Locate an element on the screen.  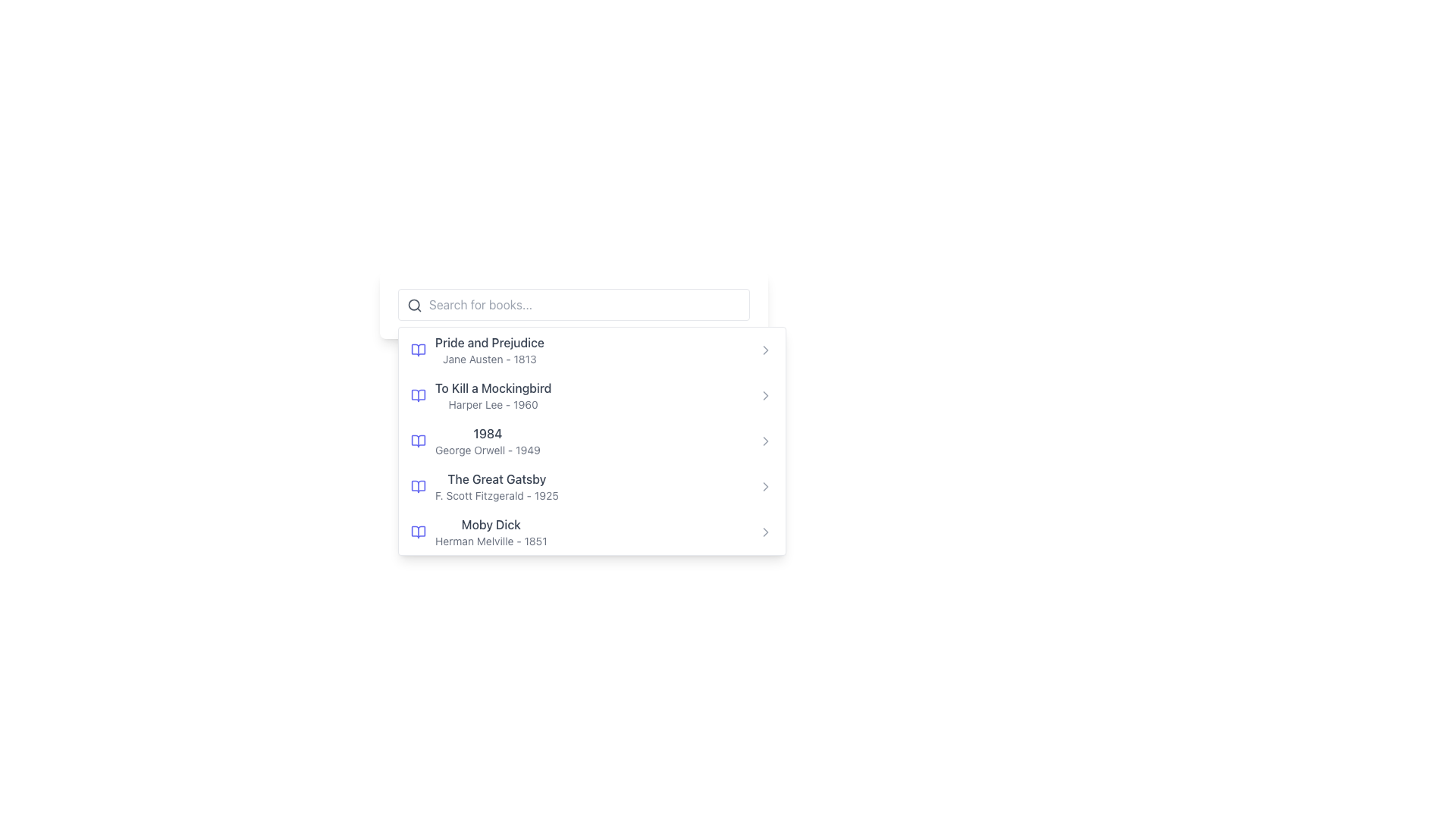
the gray search icon (magnifying glass) located at the top-left corner of the search input field to initiate a search is located at coordinates (415, 305).